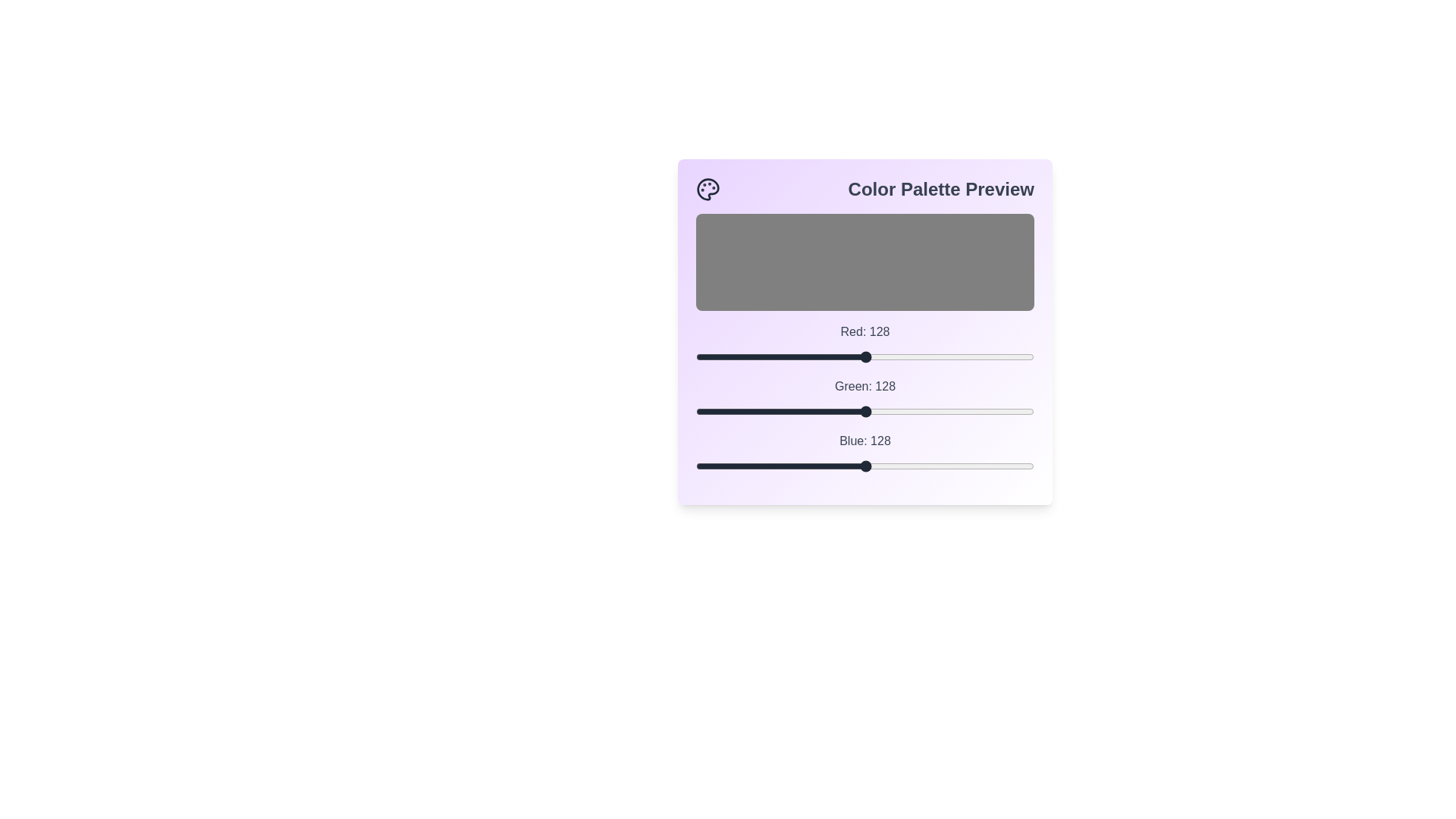 This screenshot has height=819, width=1456. What do you see at coordinates (981, 412) in the screenshot?
I see `the green intensity` at bounding box center [981, 412].